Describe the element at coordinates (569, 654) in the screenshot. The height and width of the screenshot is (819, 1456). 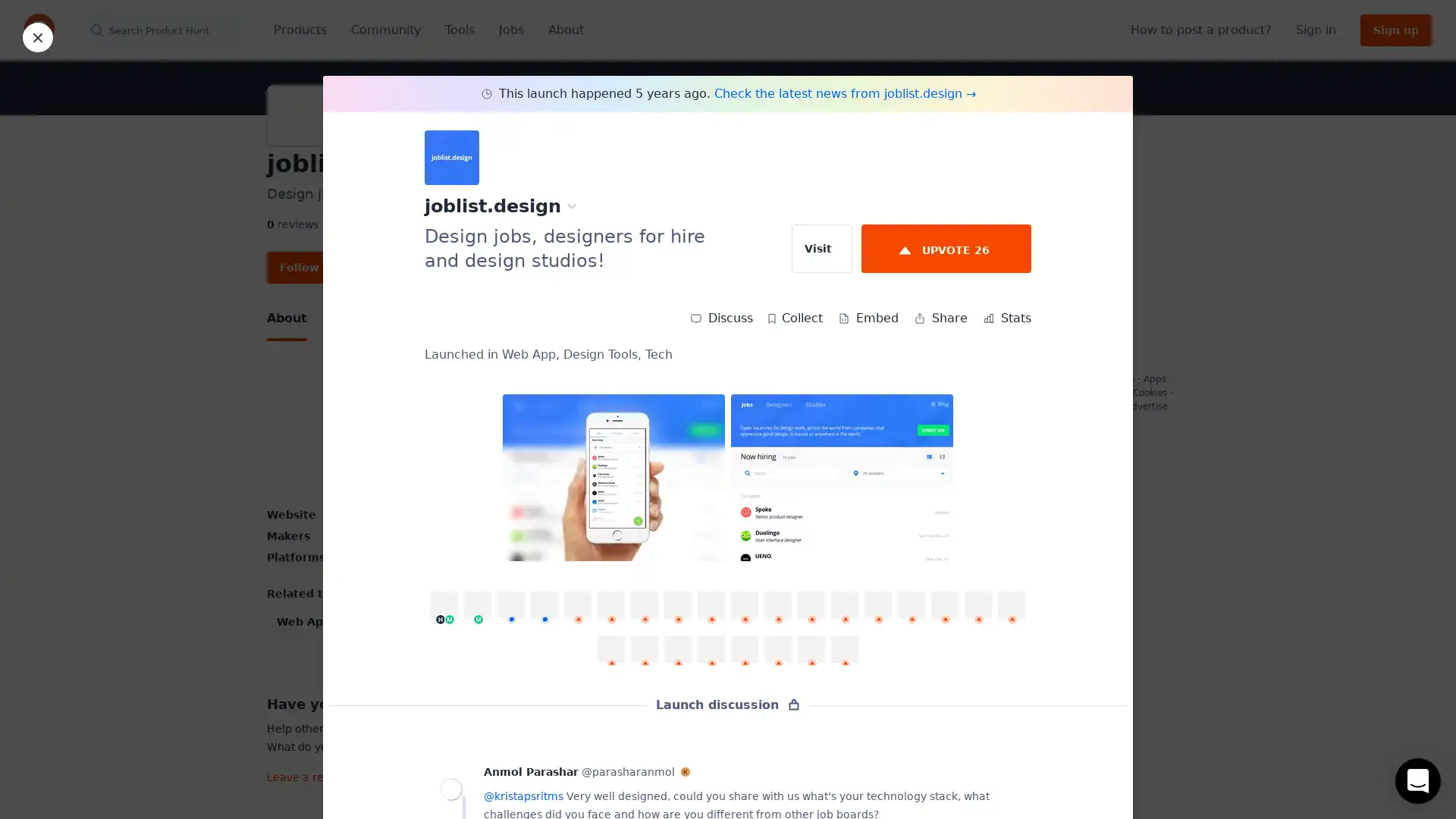
I see `Show less` at that location.